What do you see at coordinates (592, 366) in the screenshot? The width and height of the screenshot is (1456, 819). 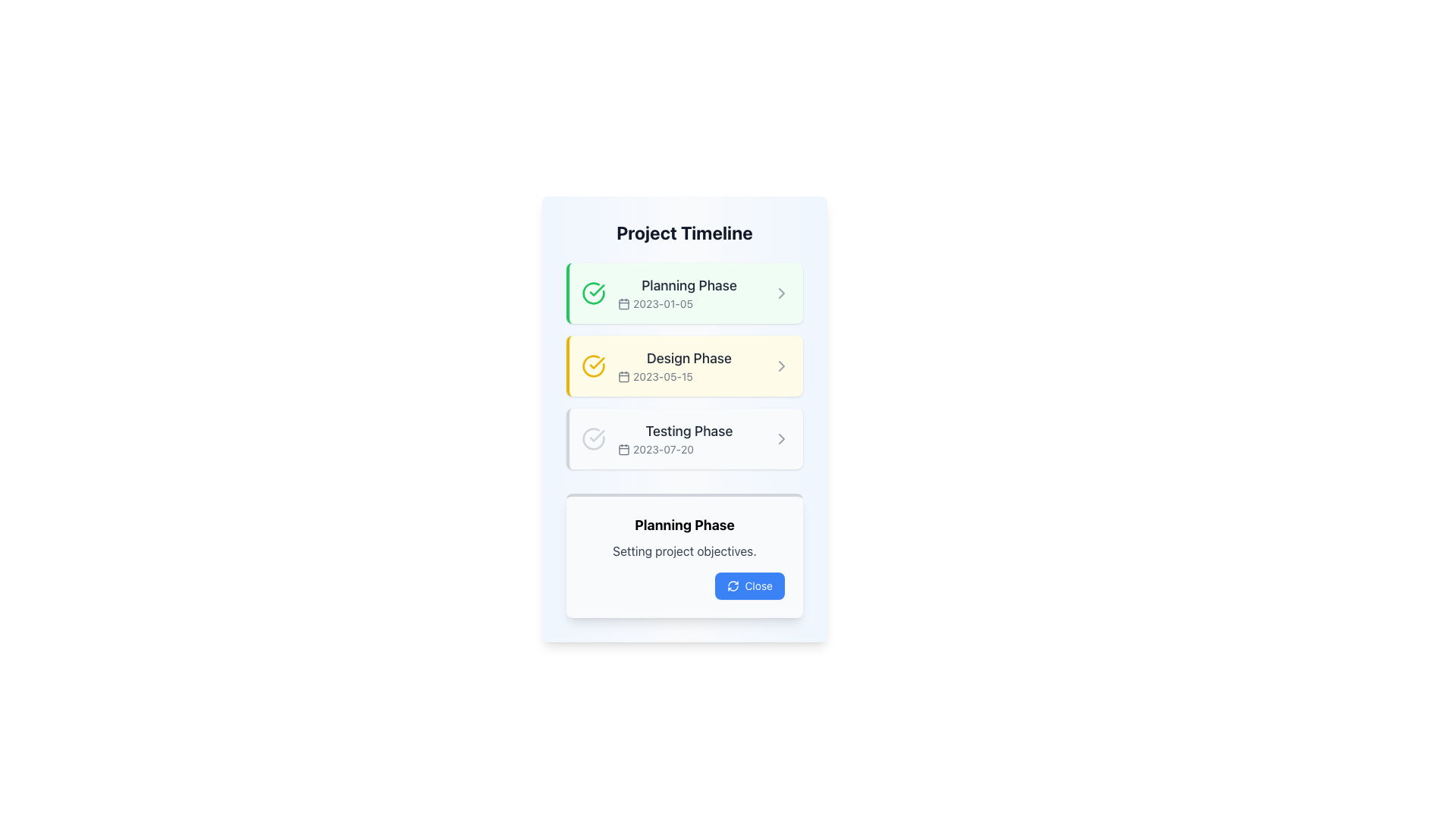 I see `the yellow checkmark icon located within the circular outline on the left side of the 'Design Phase' card, which symbolizes confirmation or completion` at bounding box center [592, 366].